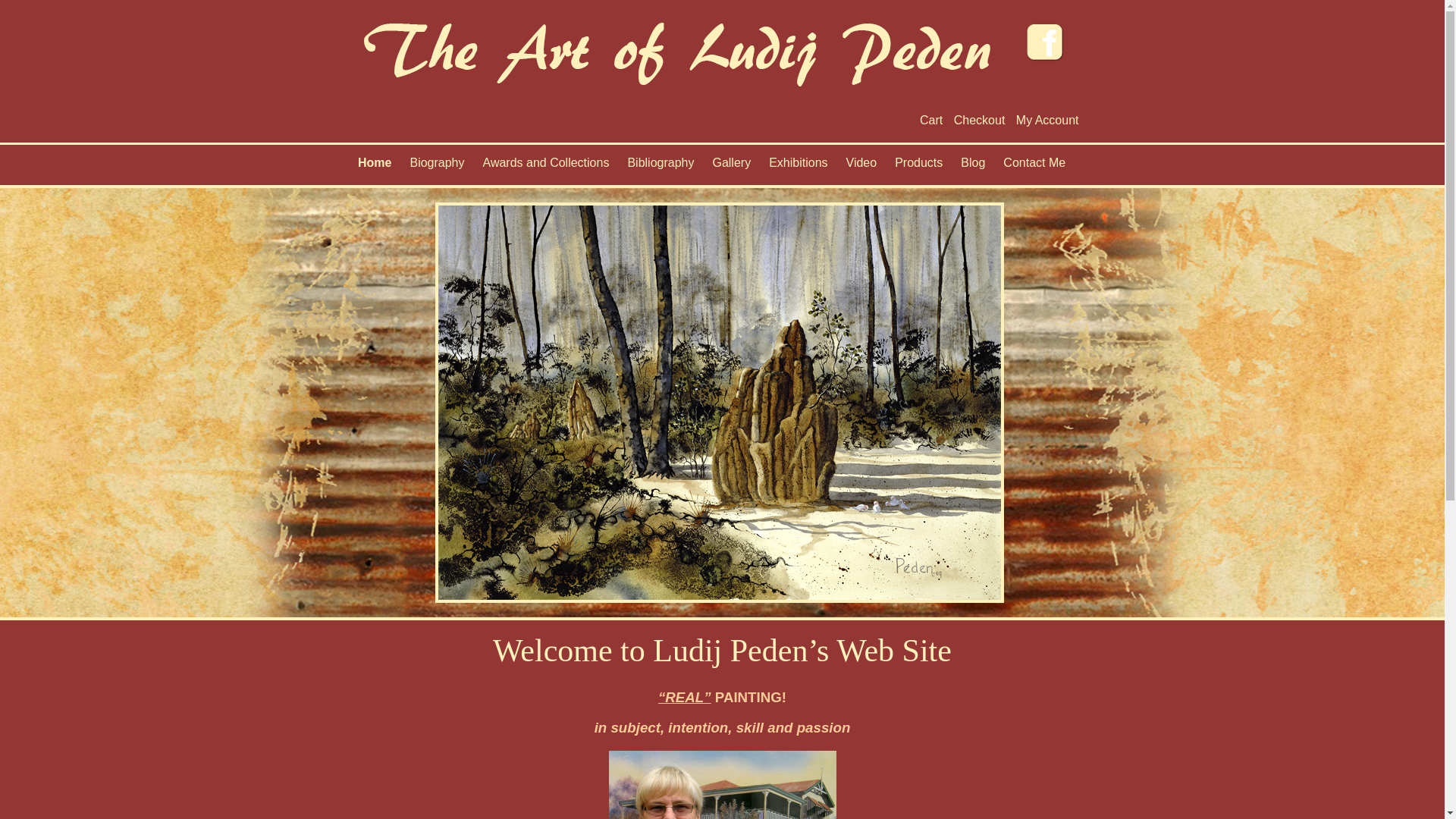  What do you see at coordinates (1033, 166) in the screenshot?
I see `'Contact Me'` at bounding box center [1033, 166].